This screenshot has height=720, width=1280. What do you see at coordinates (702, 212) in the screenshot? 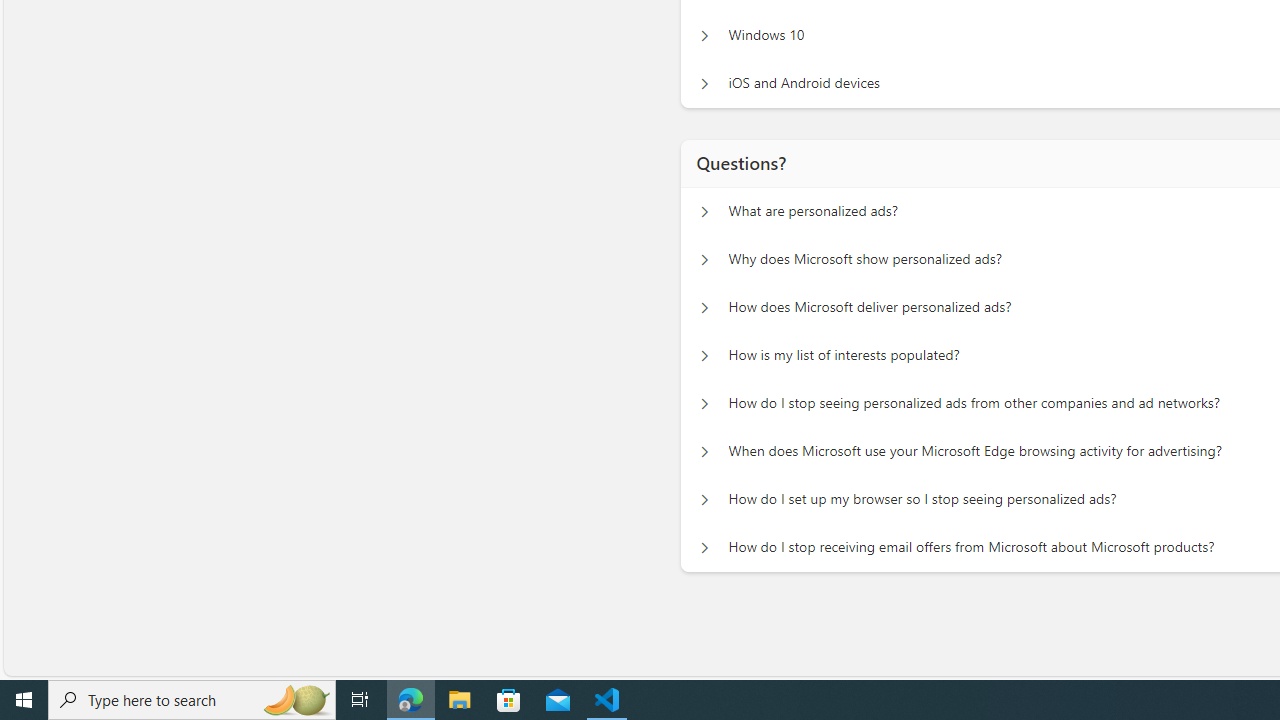
I see `'Questions? What are personalized ads?'` at bounding box center [702, 212].